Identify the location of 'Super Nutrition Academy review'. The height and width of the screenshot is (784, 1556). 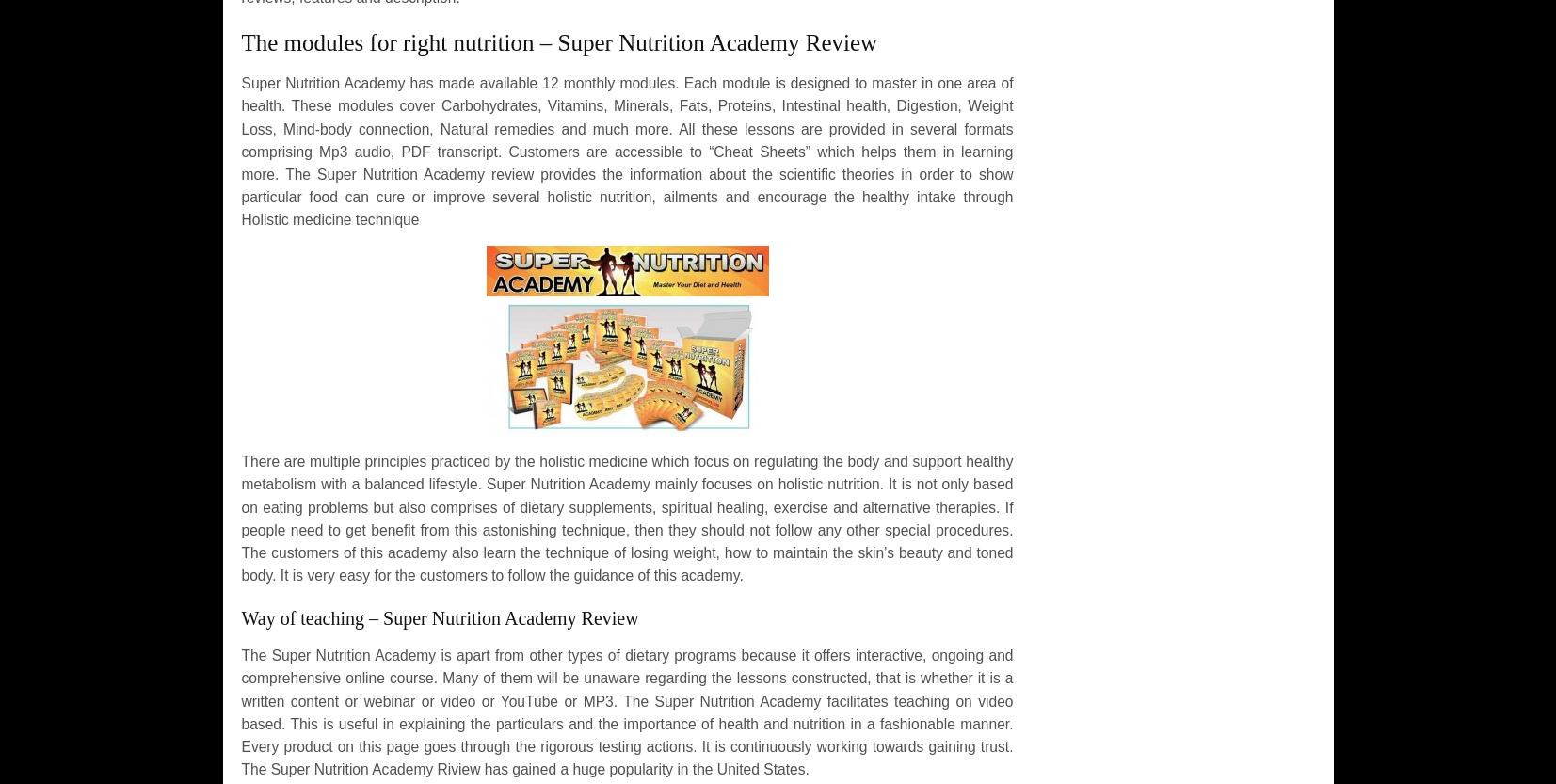
(424, 172).